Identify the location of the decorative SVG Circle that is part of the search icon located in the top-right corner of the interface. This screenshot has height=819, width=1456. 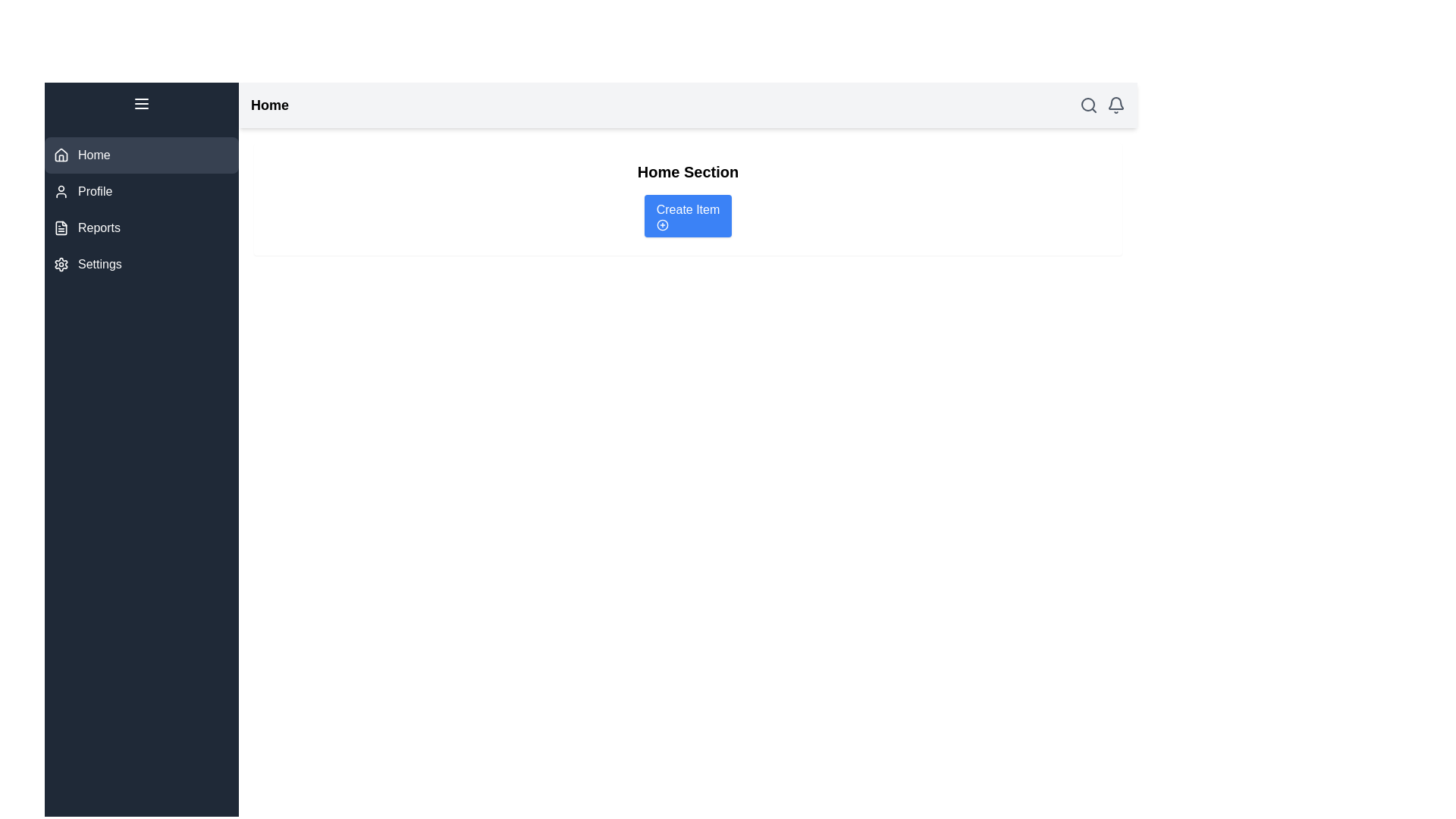
(1087, 104).